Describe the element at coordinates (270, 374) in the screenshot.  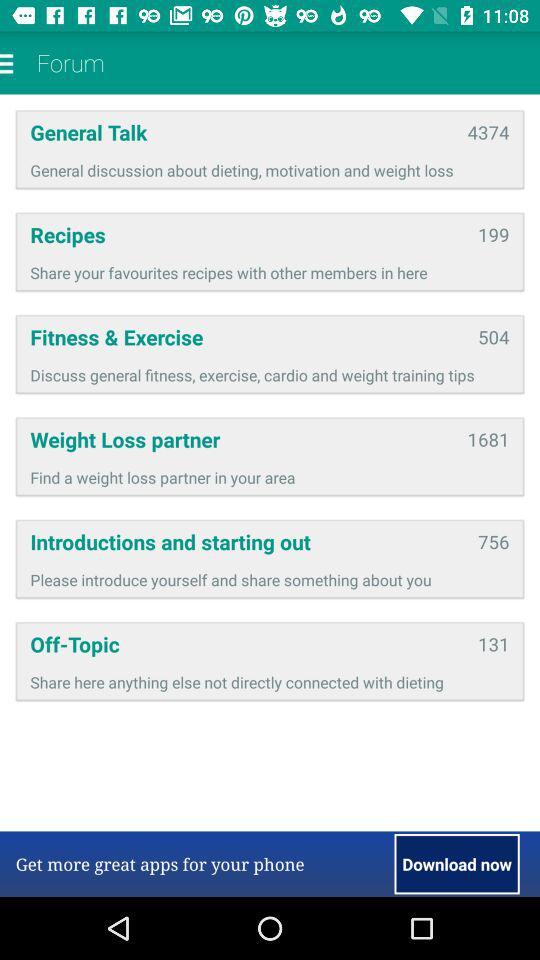
I see `discuss general fitness` at that location.